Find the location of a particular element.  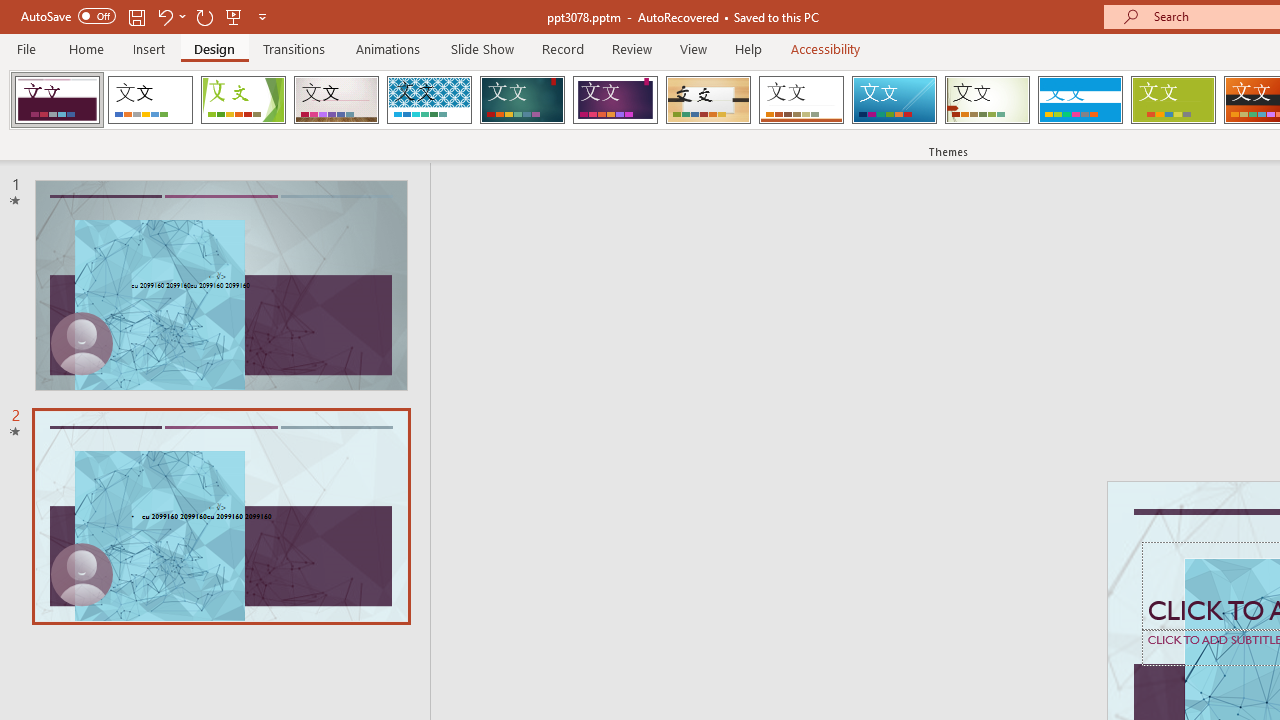

'Ion Boardroom' is located at coordinates (614, 100).